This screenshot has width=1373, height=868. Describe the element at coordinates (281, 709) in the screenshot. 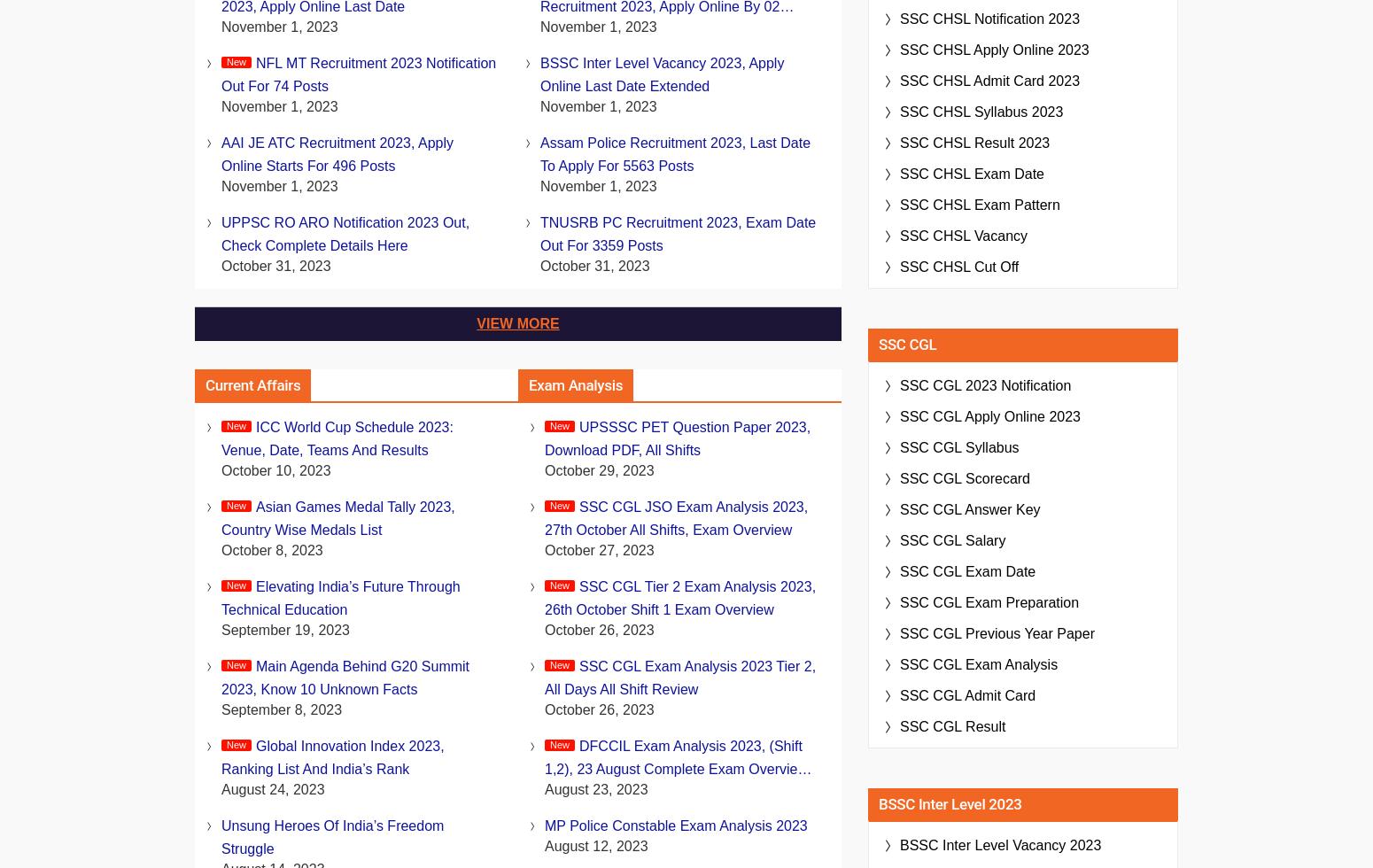

I see `'September 8, 2023'` at that location.